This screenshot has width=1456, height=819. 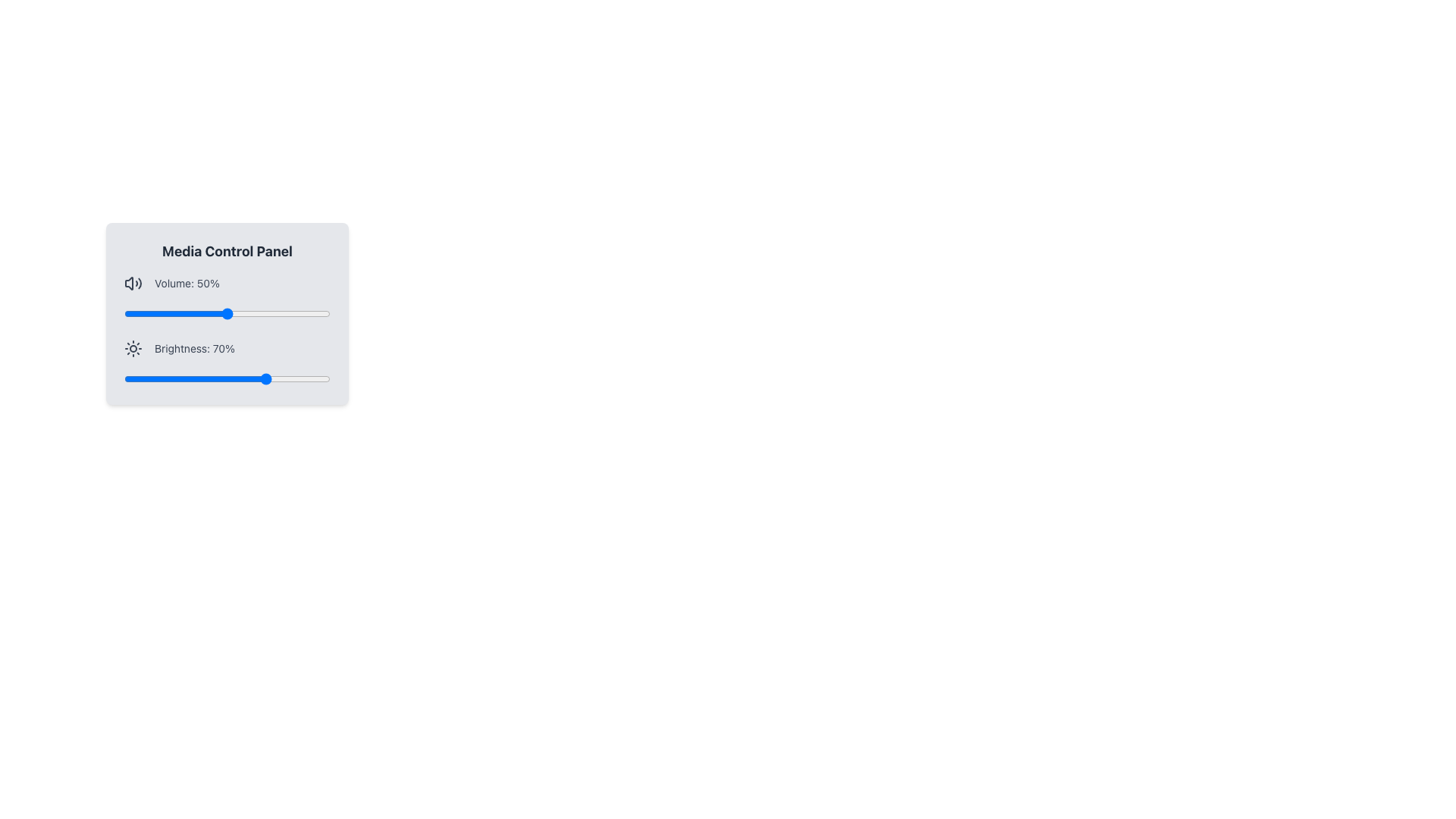 What do you see at coordinates (248, 312) in the screenshot?
I see `the slider value` at bounding box center [248, 312].